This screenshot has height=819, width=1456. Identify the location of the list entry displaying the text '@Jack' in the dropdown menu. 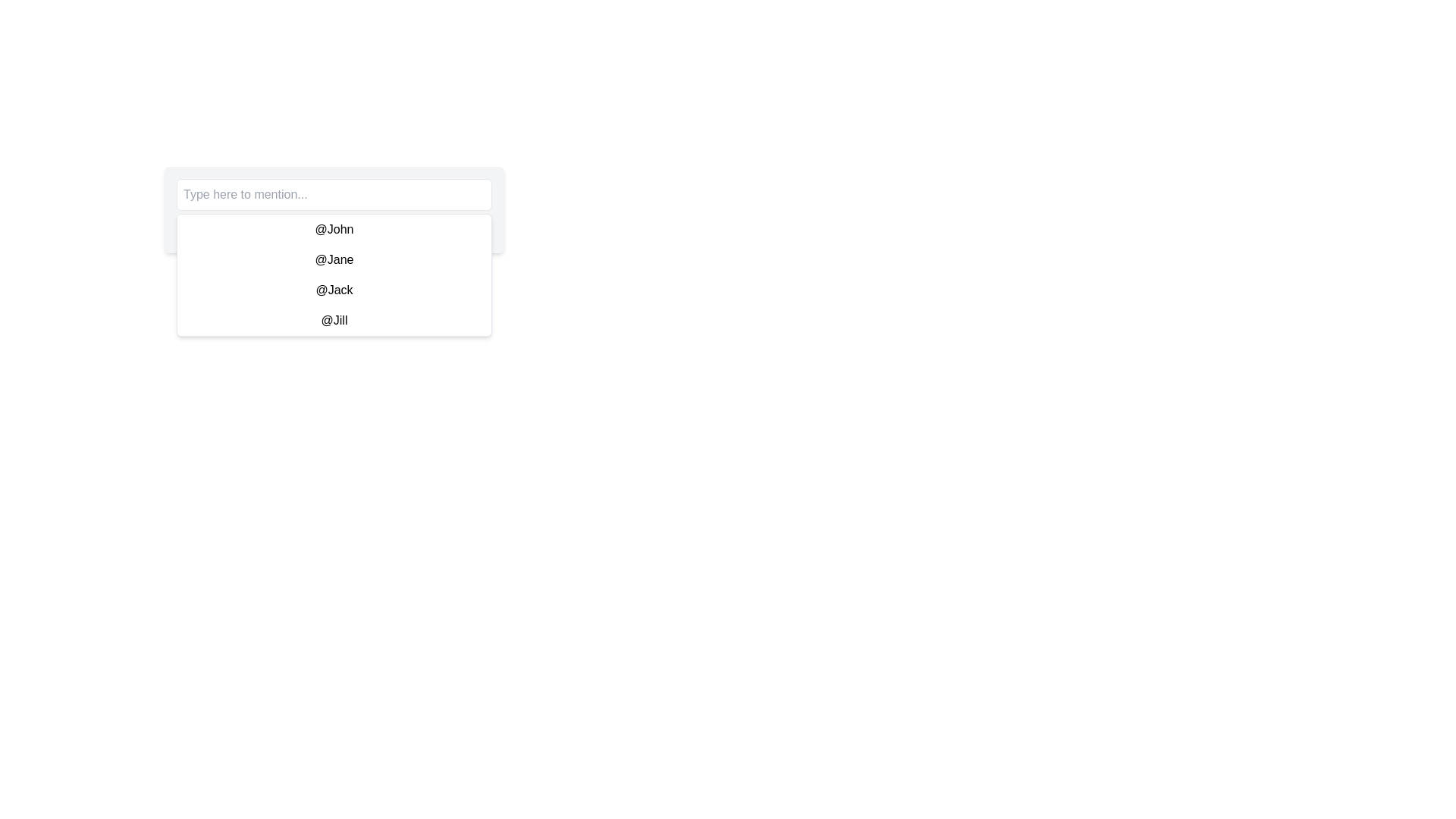
(334, 290).